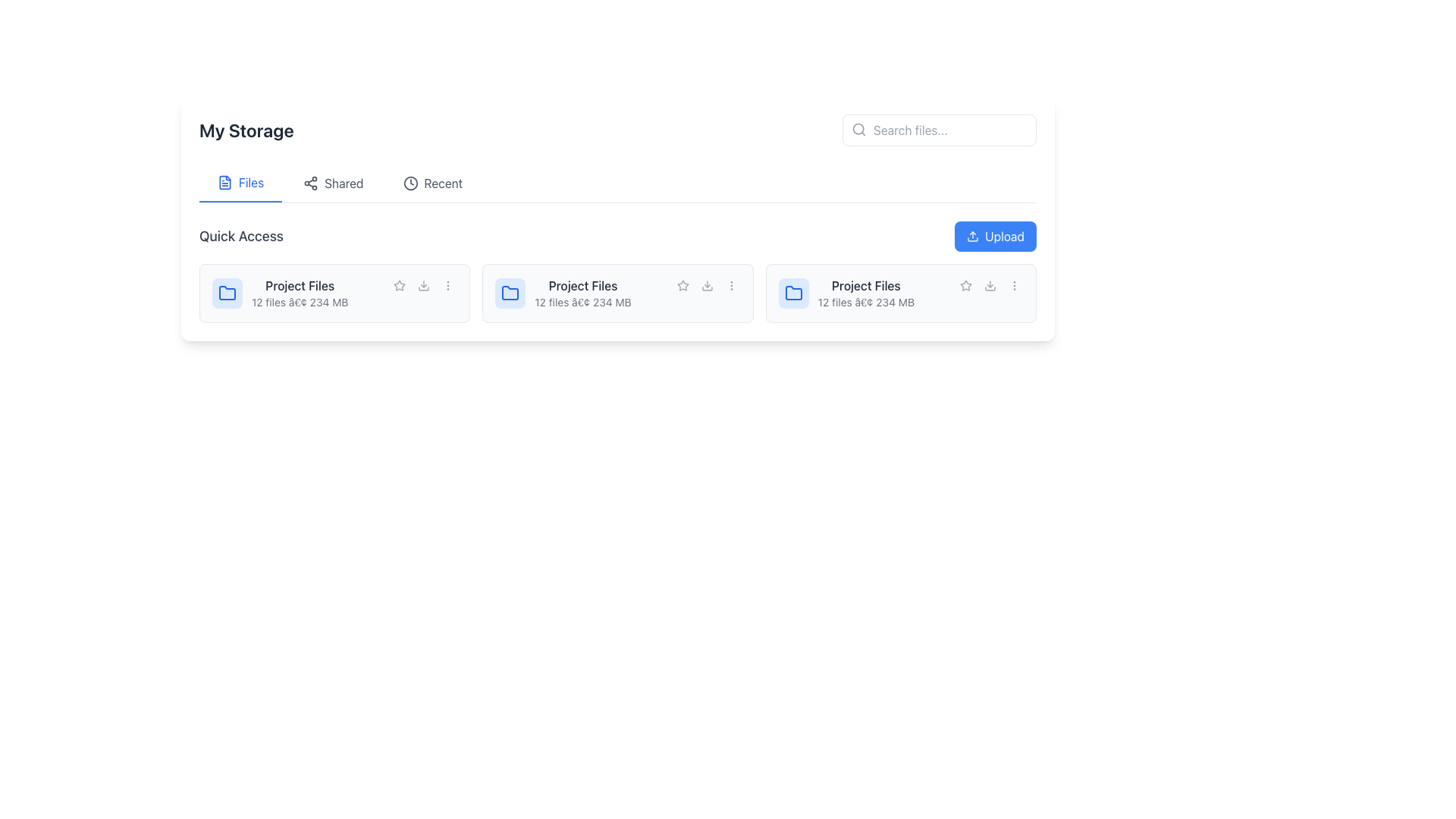 The height and width of the screenshot is (819, 1456). I want to click on the 'Project Files' folder represented by a blue icon and text metadata, so click(563, 293).